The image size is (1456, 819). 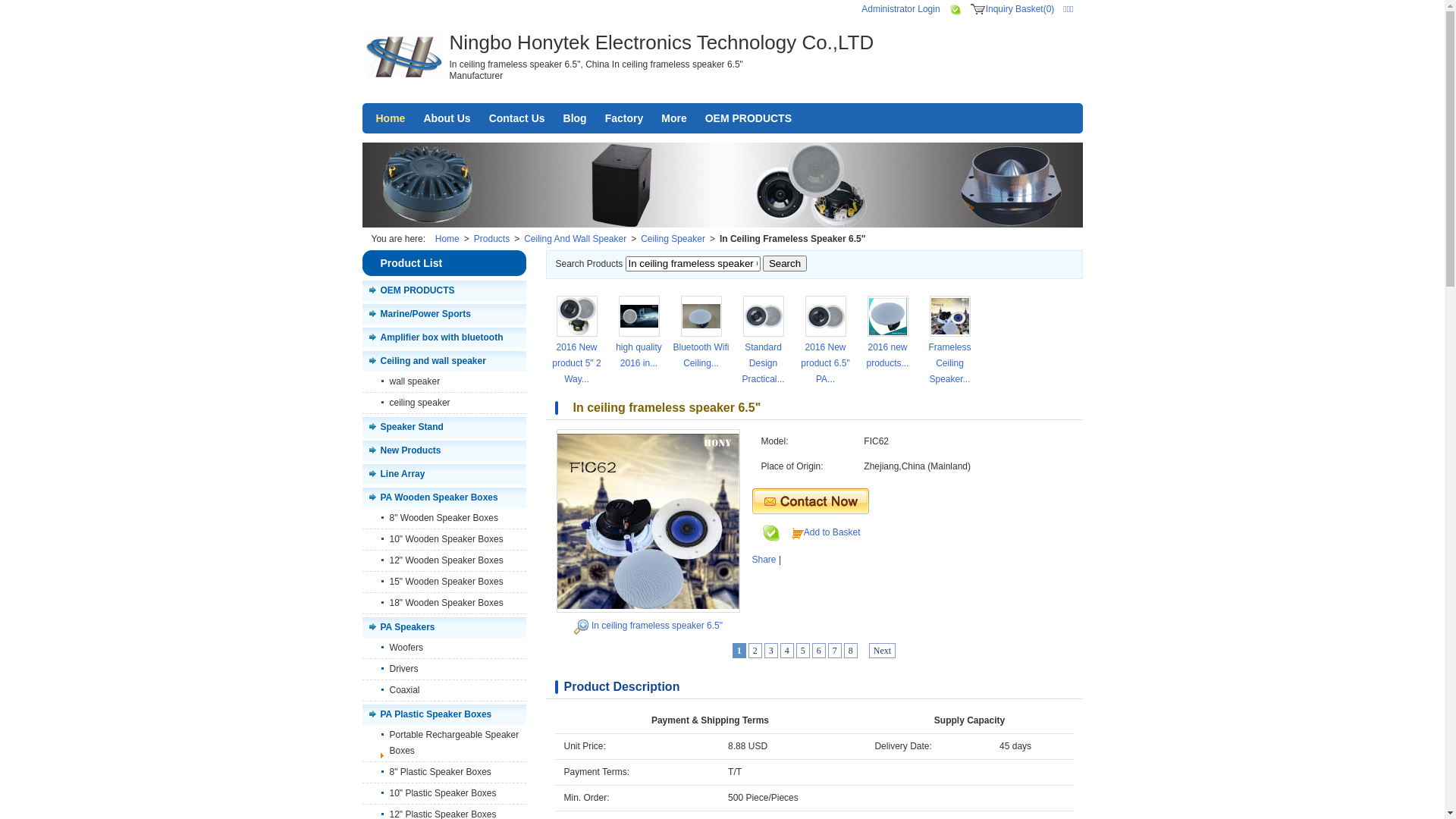 What do you see at coordinates (887, 355) in the screenshot?
I see `'2016 new products...'` at bounding box center [887, 355].